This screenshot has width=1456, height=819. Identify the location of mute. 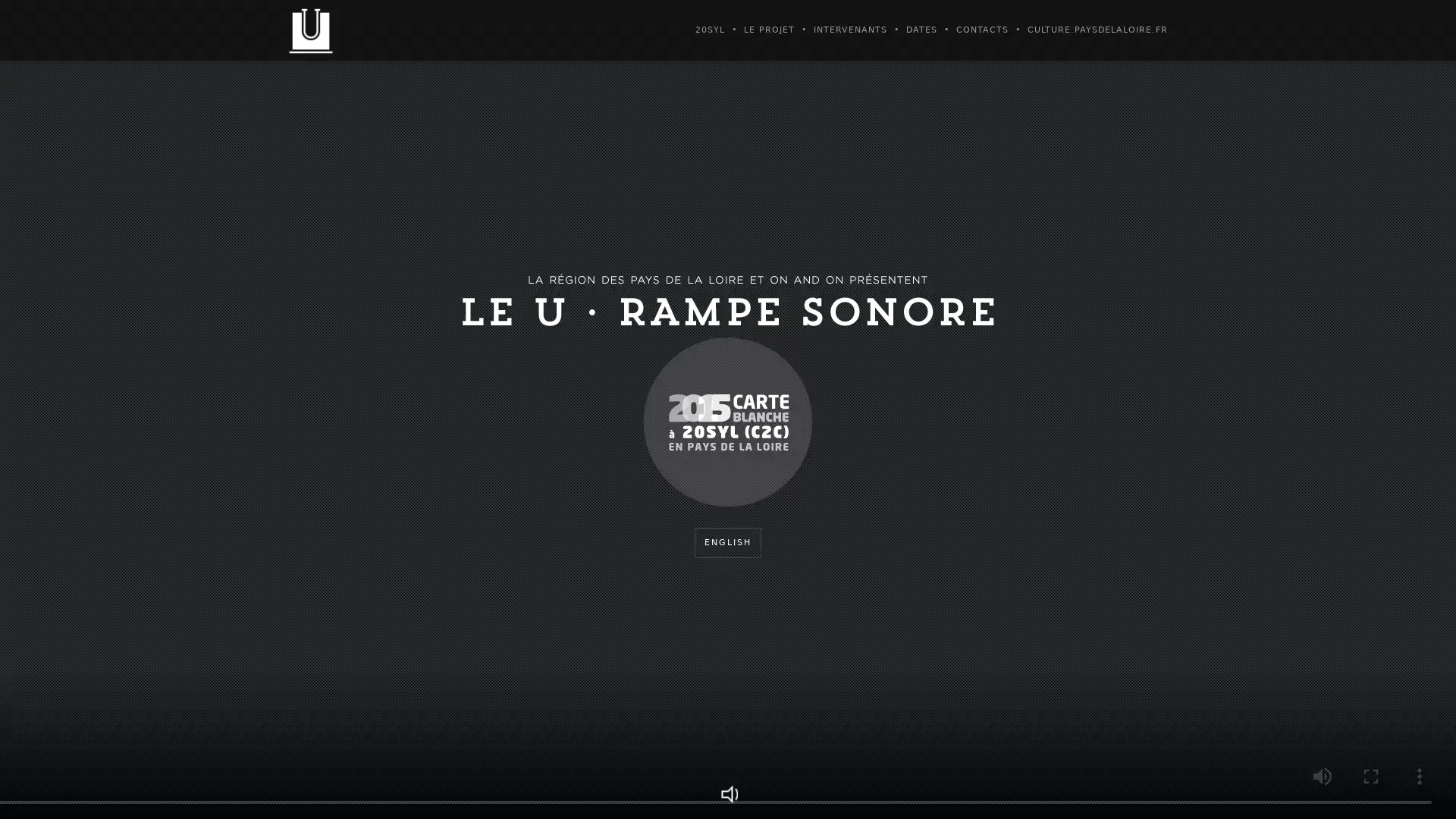
(1321, 776).